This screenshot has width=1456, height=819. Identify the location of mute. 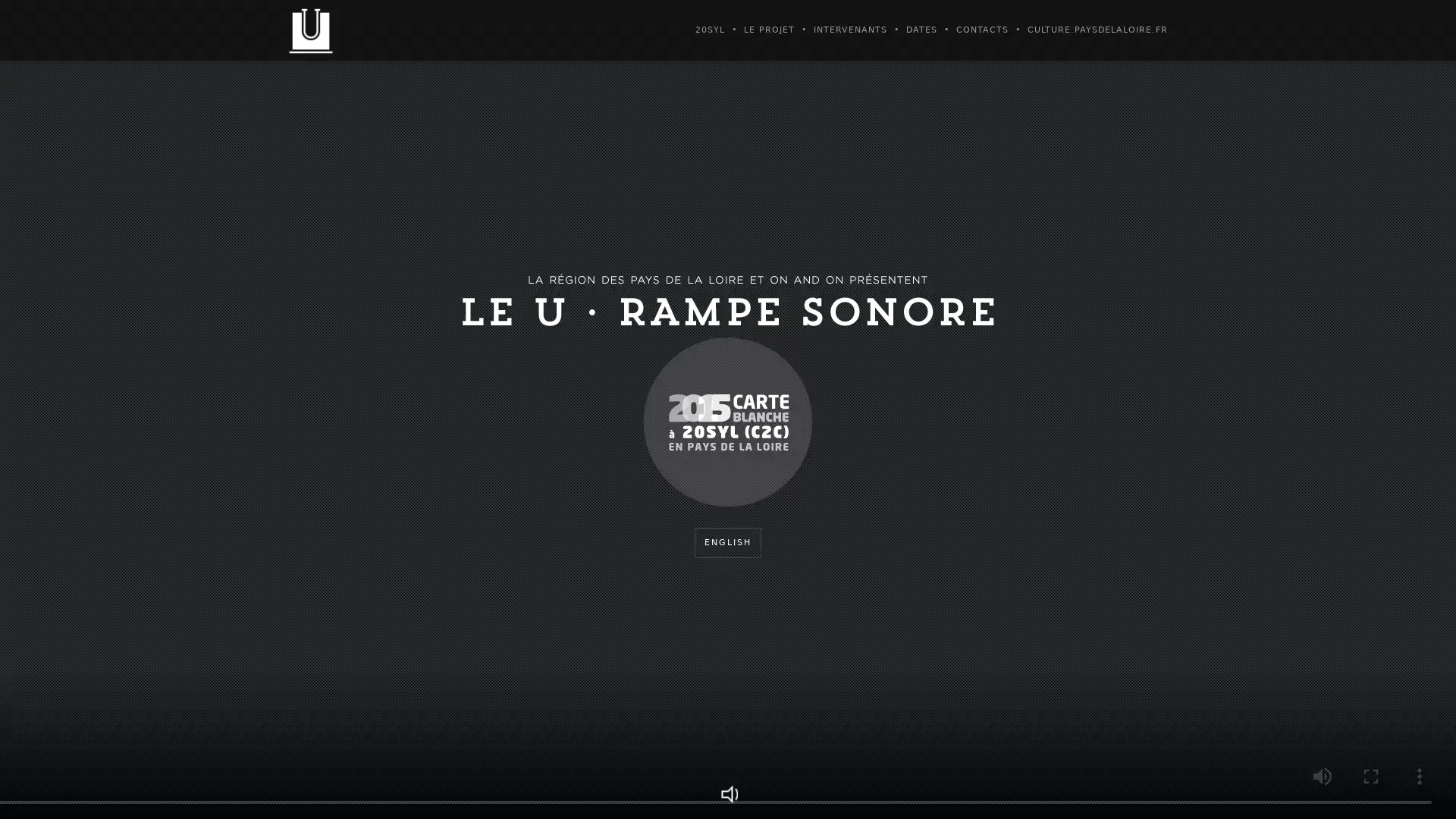
(1321, 776).